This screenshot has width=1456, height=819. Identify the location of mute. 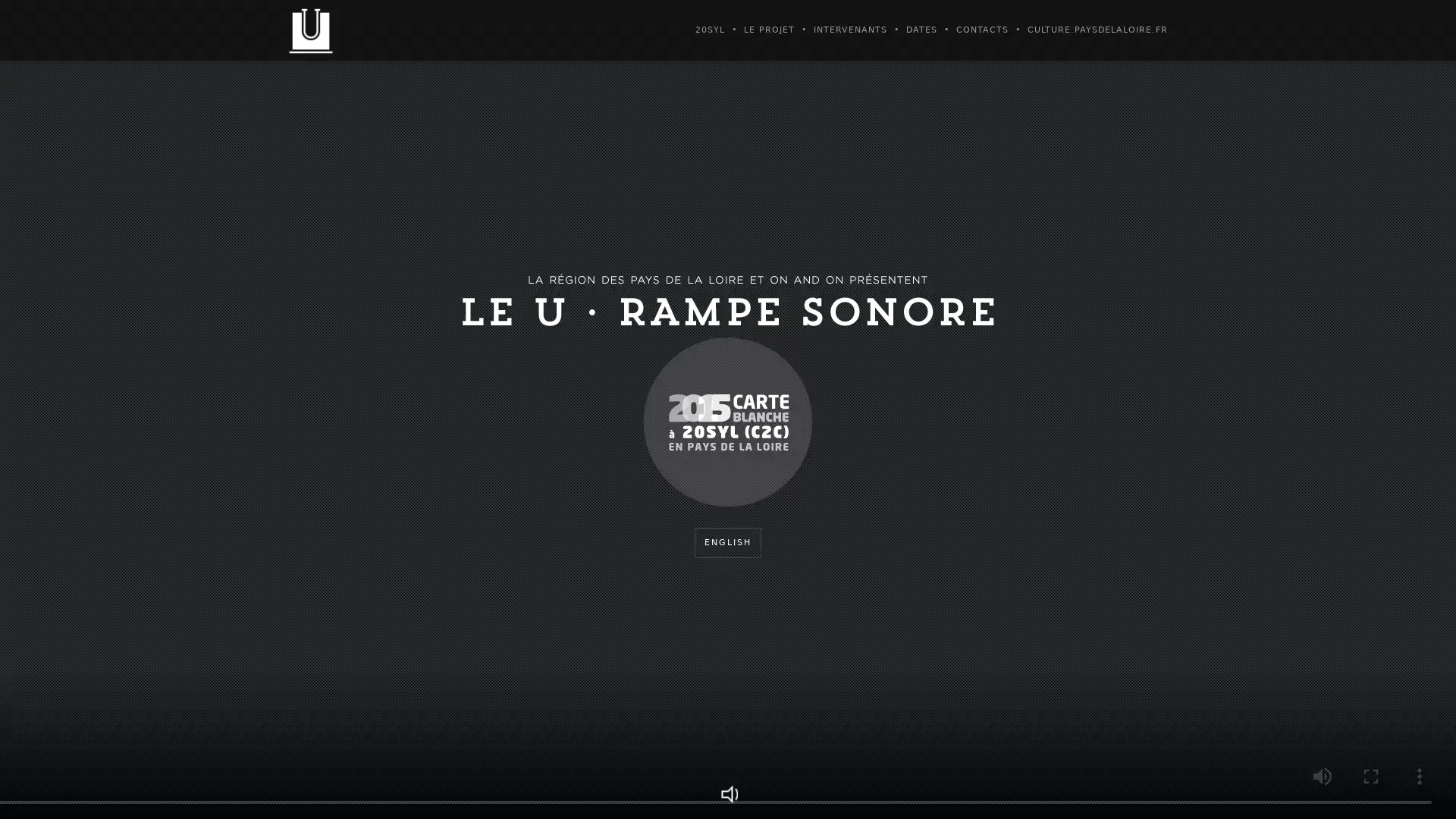
(1321, 776).